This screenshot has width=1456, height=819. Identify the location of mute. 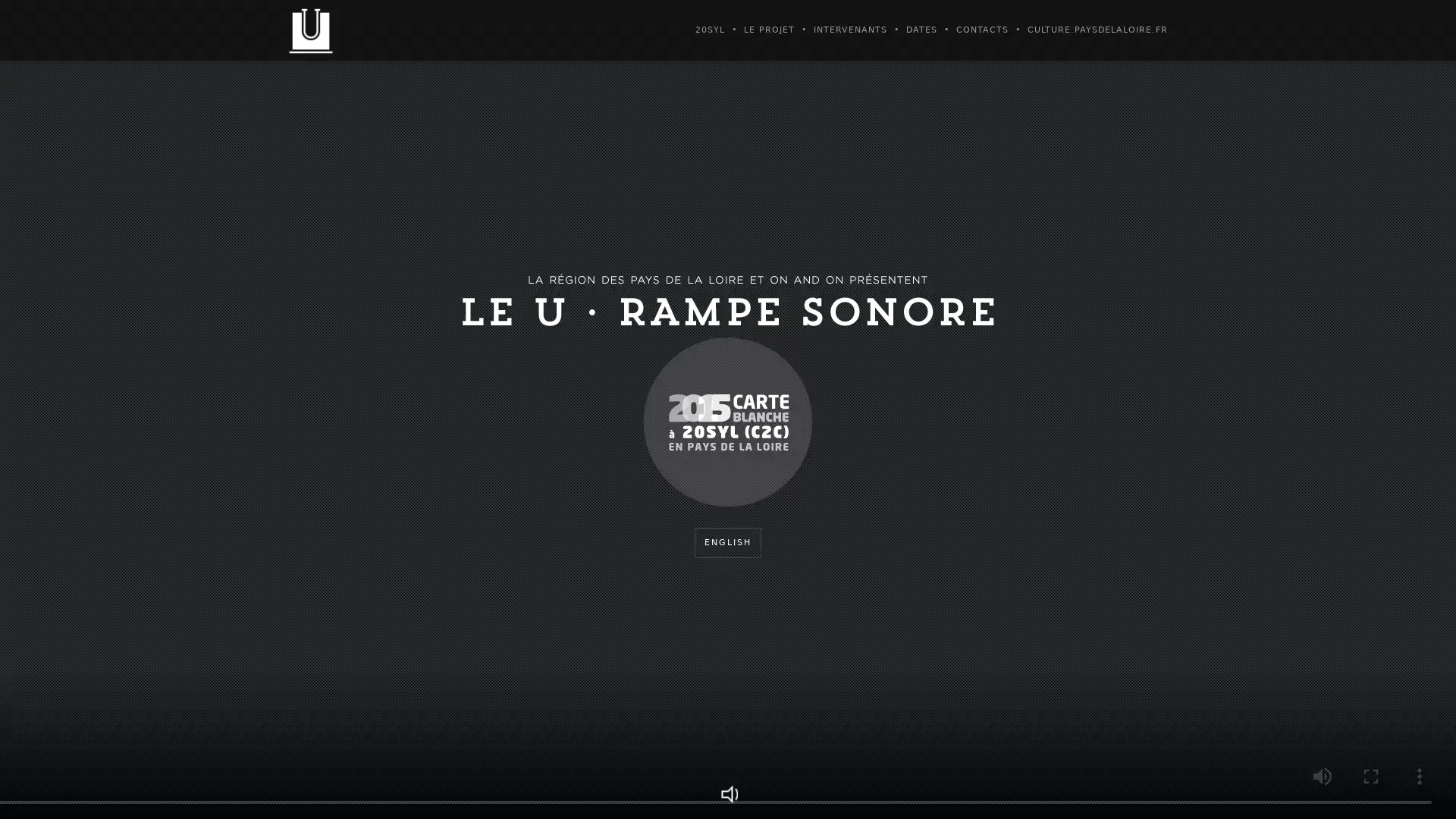
(1321, 776).